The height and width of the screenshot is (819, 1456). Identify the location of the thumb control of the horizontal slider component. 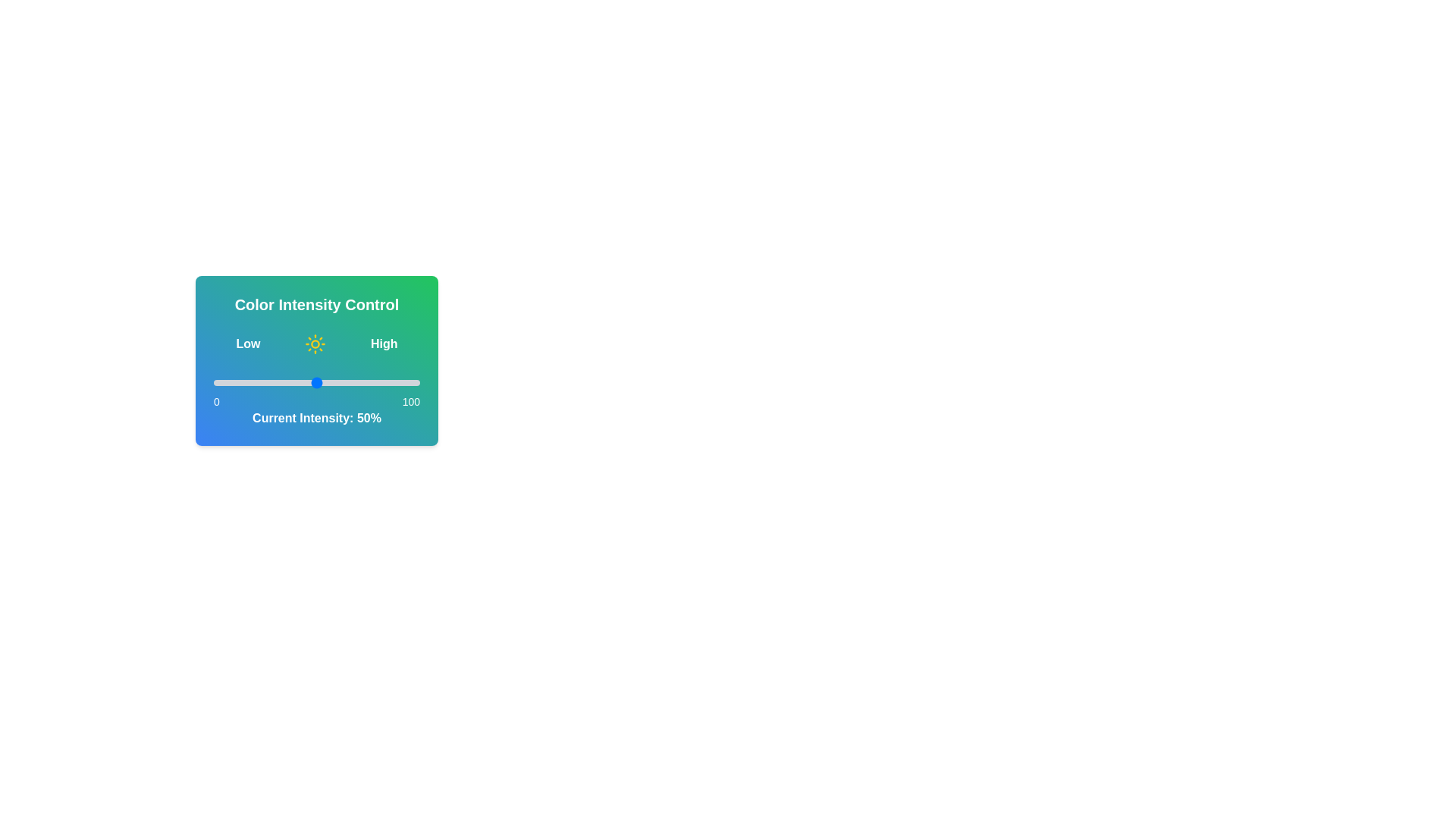
(315, 382).